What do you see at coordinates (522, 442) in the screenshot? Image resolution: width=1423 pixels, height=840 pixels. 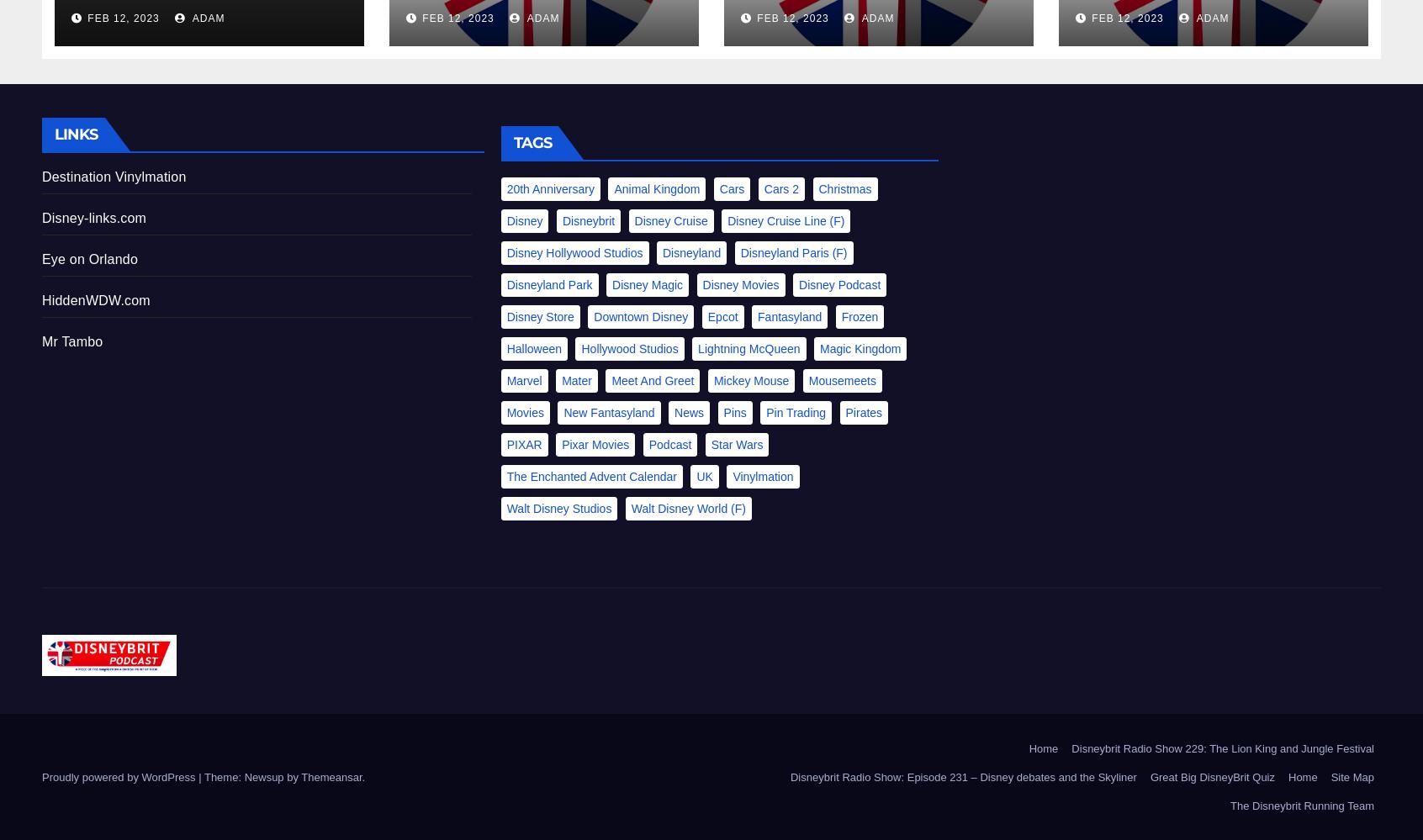 I see `'PIXAR'` at bounding box center [522, 442].